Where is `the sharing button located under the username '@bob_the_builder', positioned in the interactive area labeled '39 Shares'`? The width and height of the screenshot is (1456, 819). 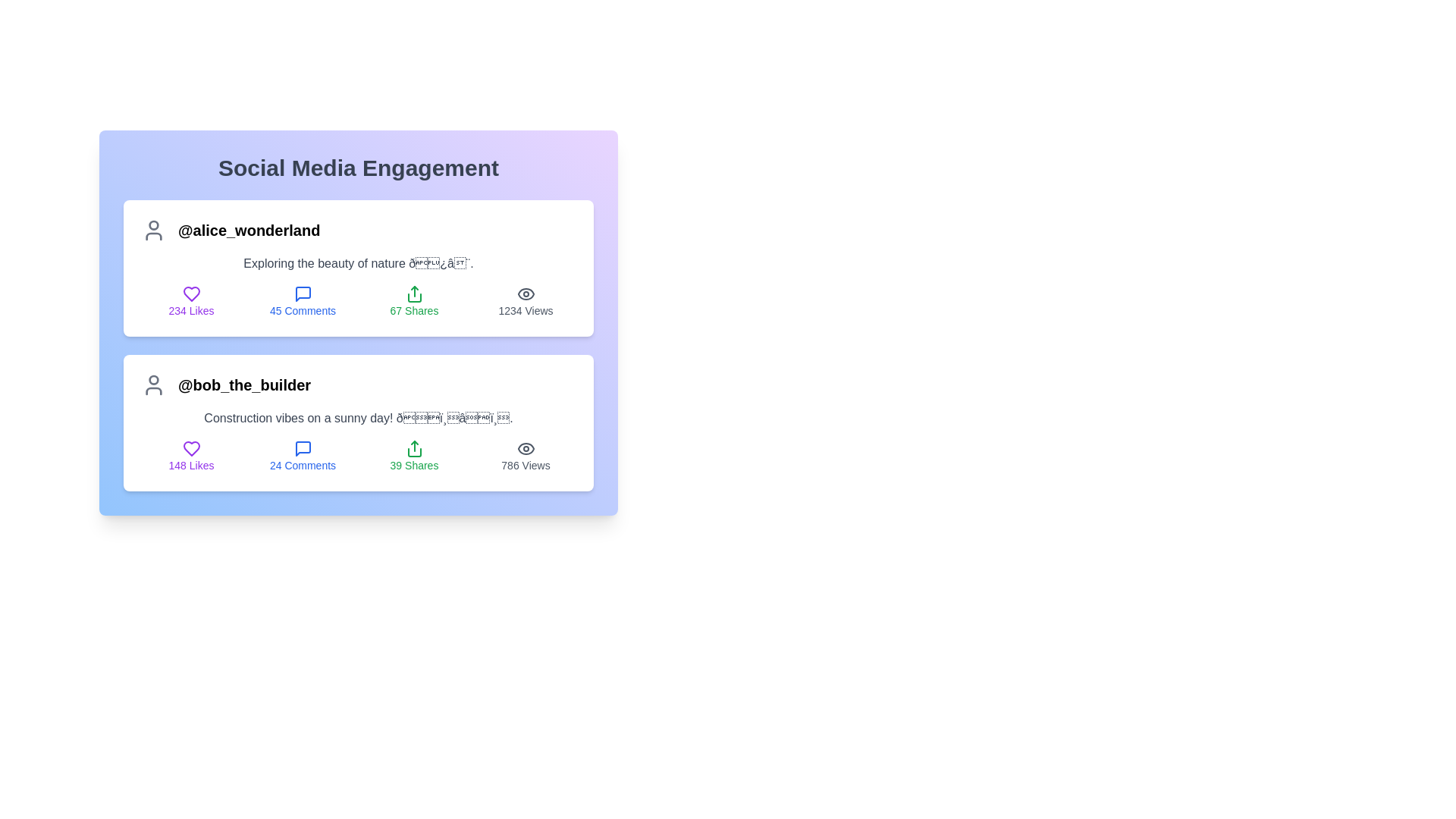 the sharing button located under the username '@bob_the_builder', positioned in the interactive area labeled '39 Shares' is located at coordinates (414, 447).